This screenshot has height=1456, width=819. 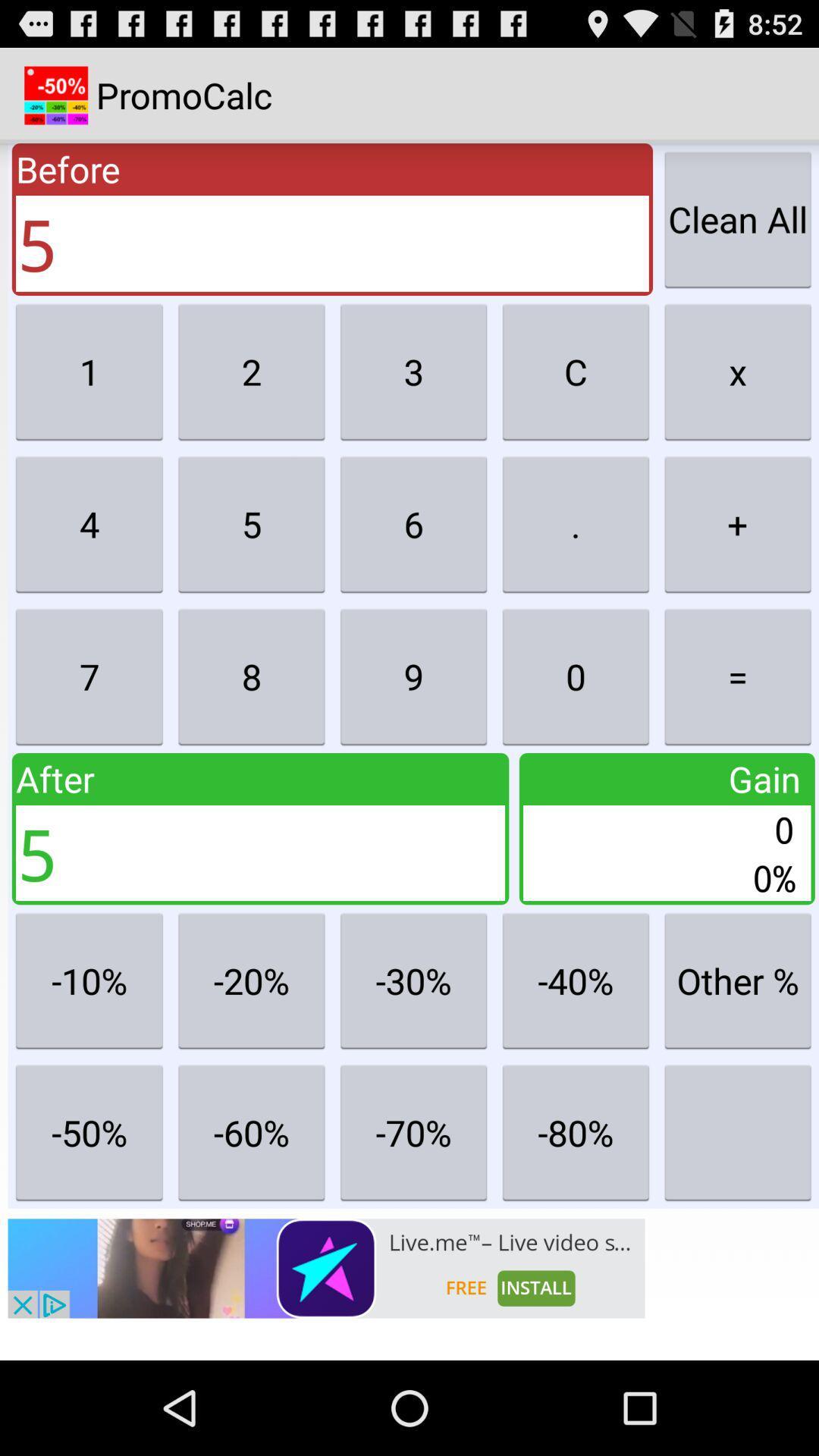 What do you see at coordinates (737, 1132) in the screenshot?
I see `empty box` at bounding box center [737, 1132].